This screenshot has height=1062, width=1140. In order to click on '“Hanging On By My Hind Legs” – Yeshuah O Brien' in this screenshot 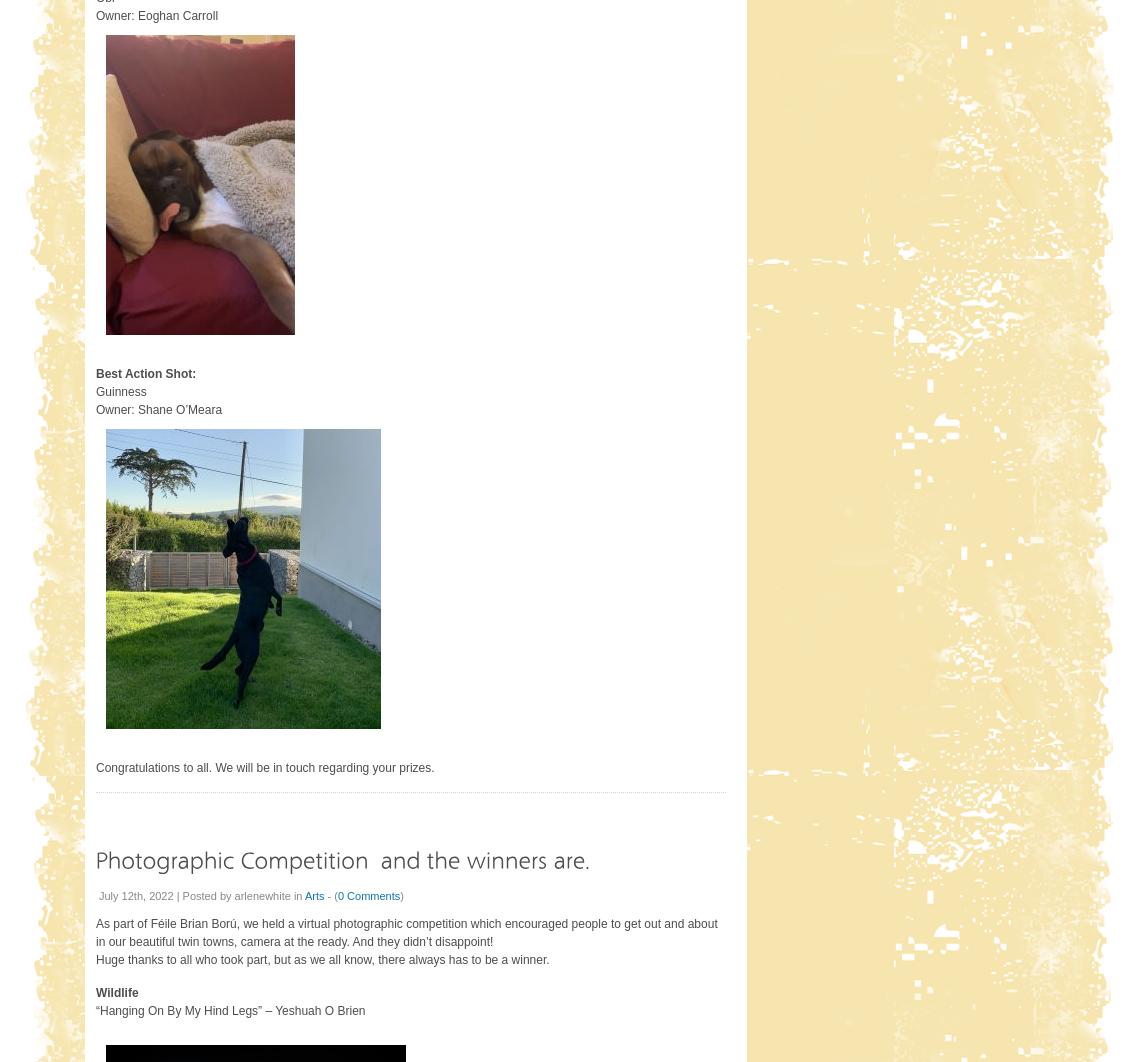, I will do `click(229, 1010)`.